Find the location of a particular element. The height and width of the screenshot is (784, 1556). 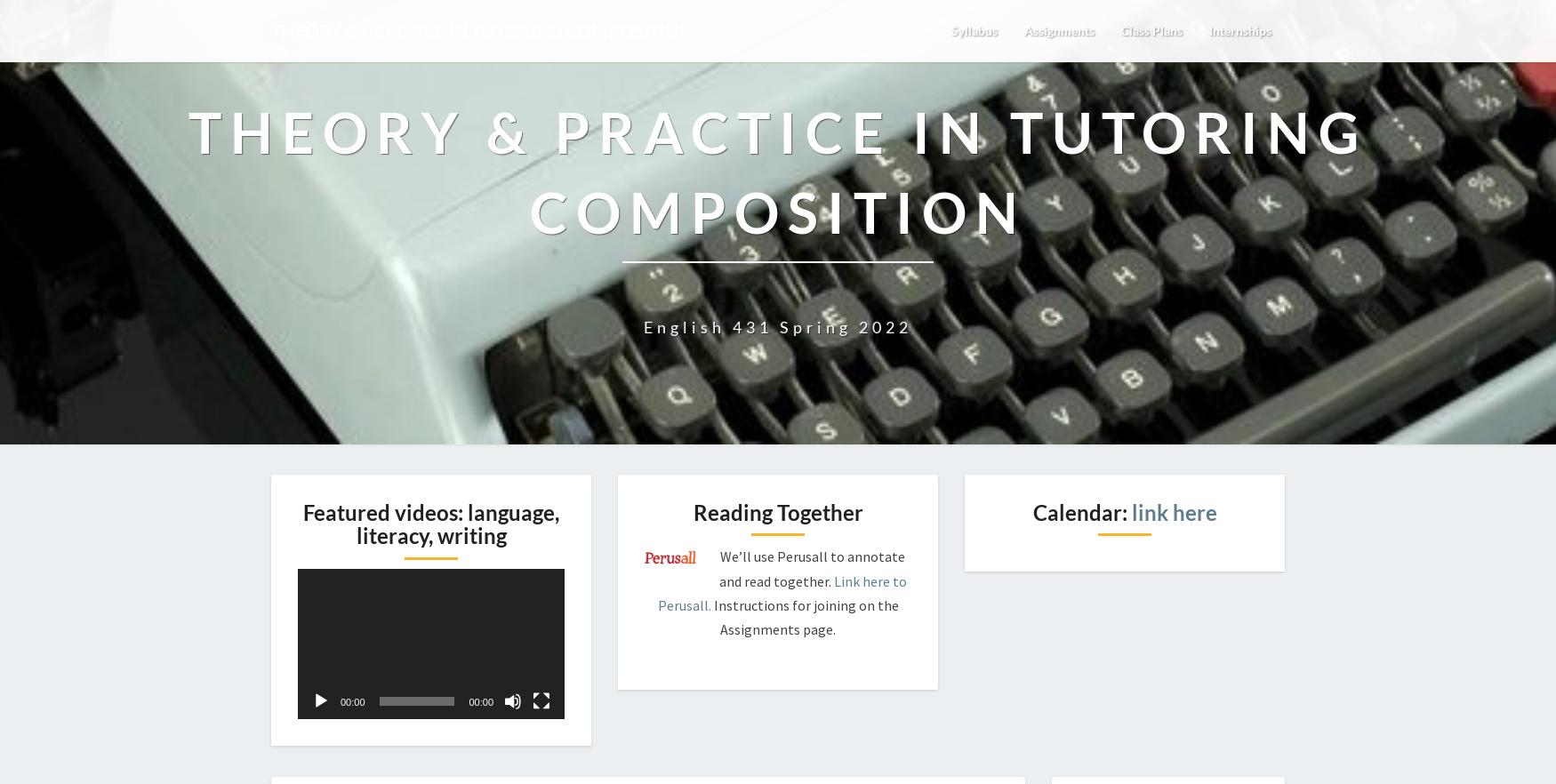

'Syllabus' is located at coordinates (942, 29).